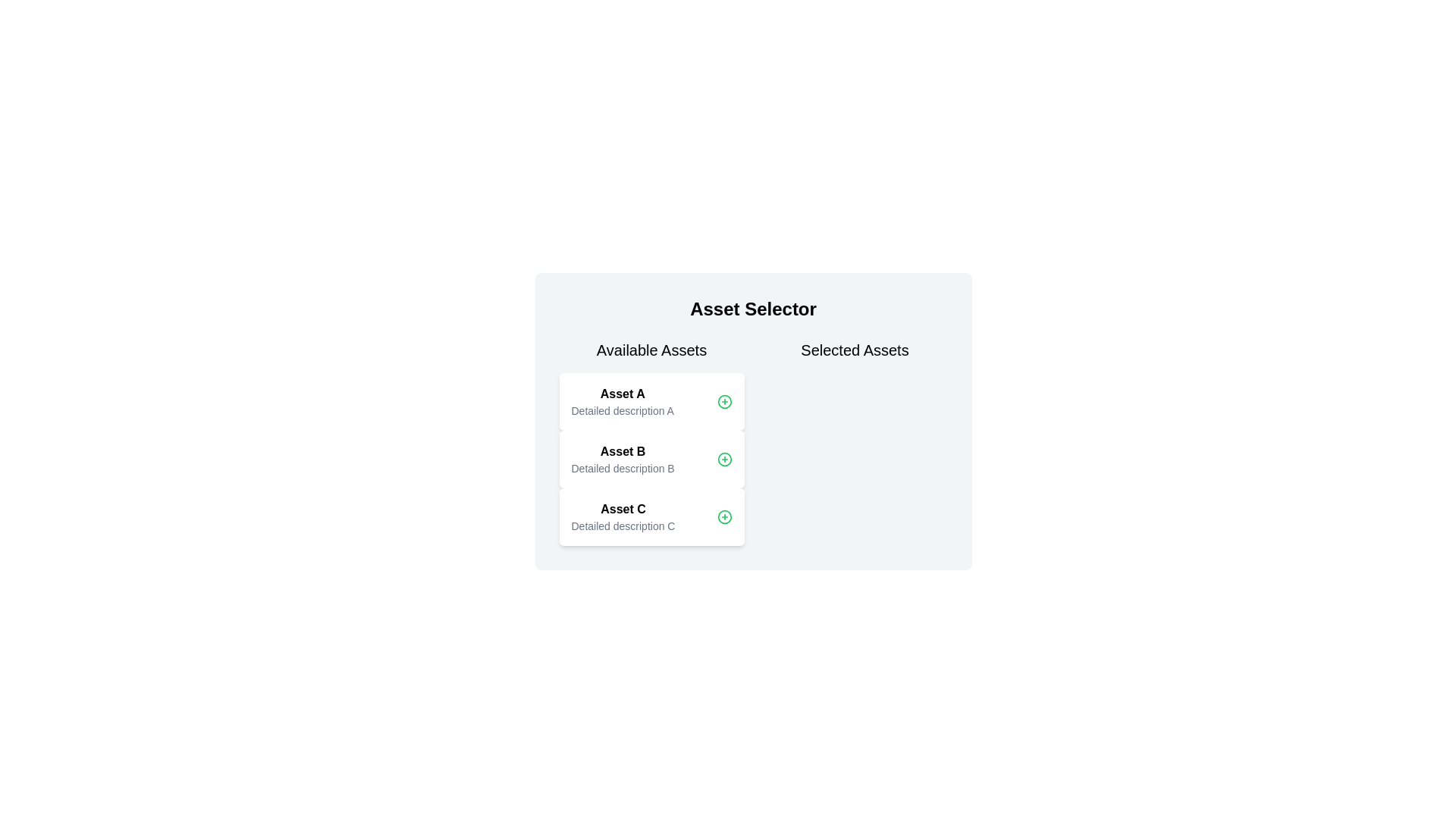 Image resolution: width=1456 pixels, height=819 pixels. I want to click on the text element reading 'Detailed description C' located under 'Asset C' in the 'Available Assets' column, so click(623, 526).